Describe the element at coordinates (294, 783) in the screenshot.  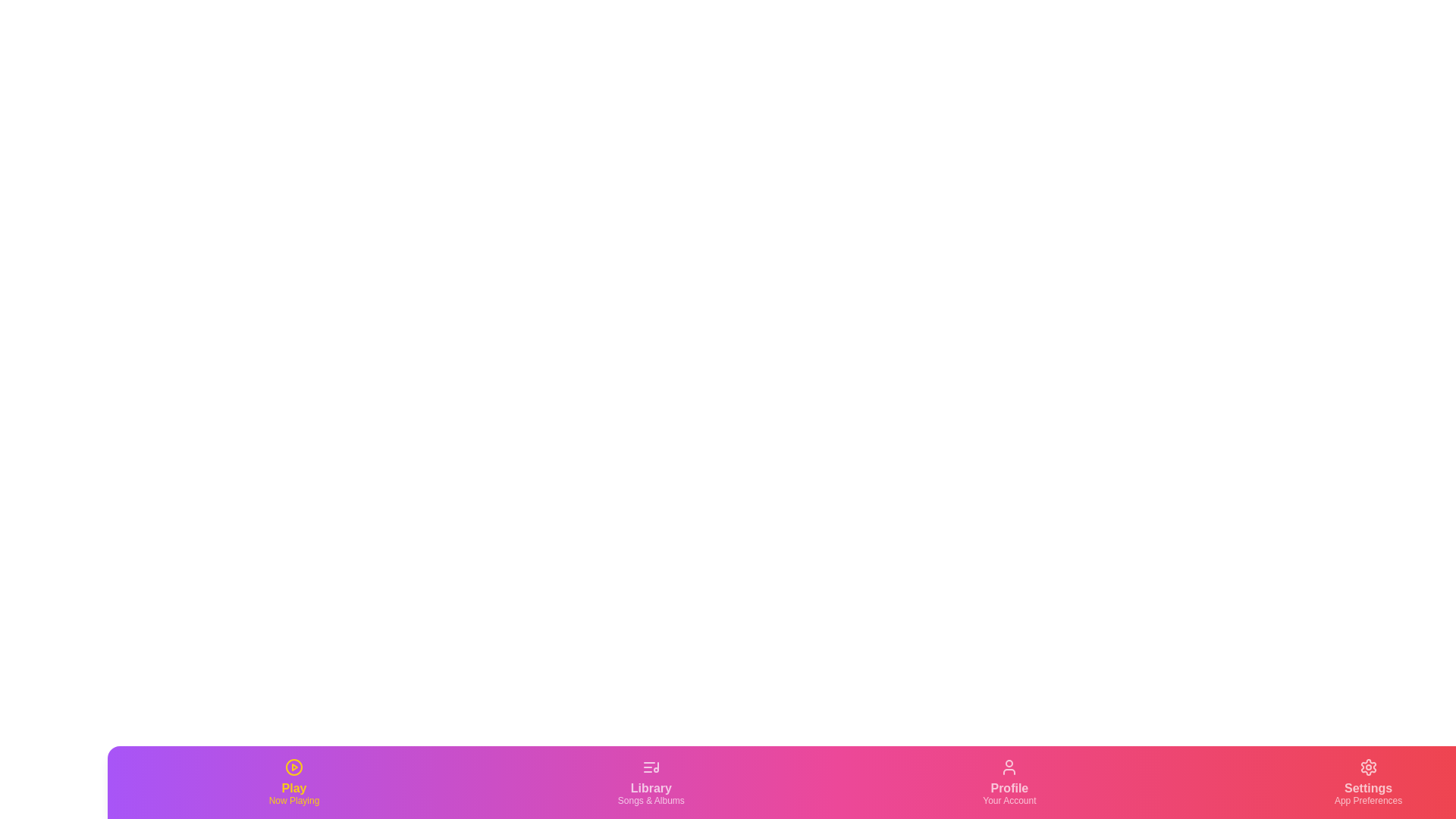
I see `the Play tab` at that location.